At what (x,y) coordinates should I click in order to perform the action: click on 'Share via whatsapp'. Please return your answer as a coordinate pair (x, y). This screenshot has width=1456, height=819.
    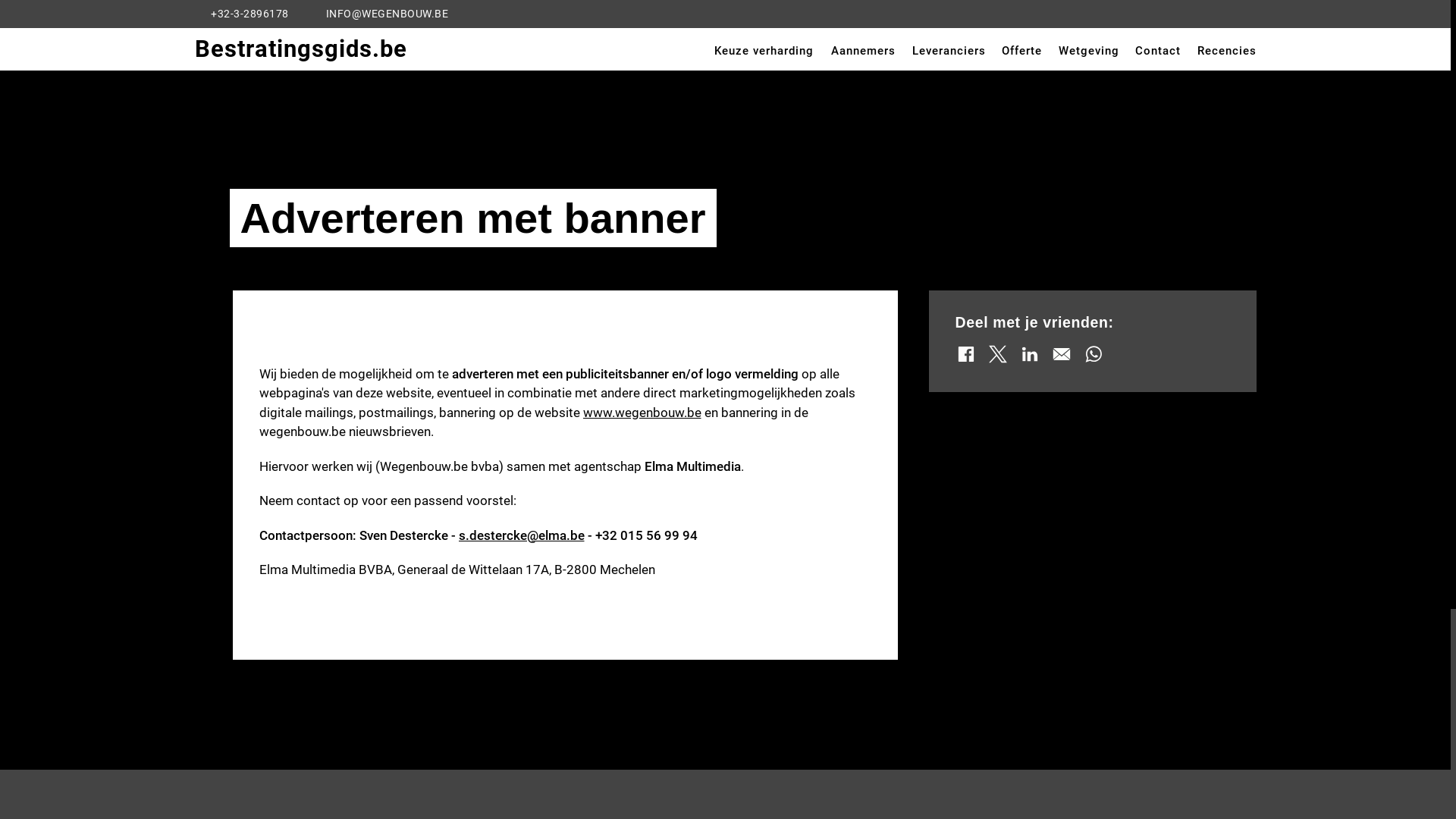
    Looking at the image, I should click on (1082, 353).